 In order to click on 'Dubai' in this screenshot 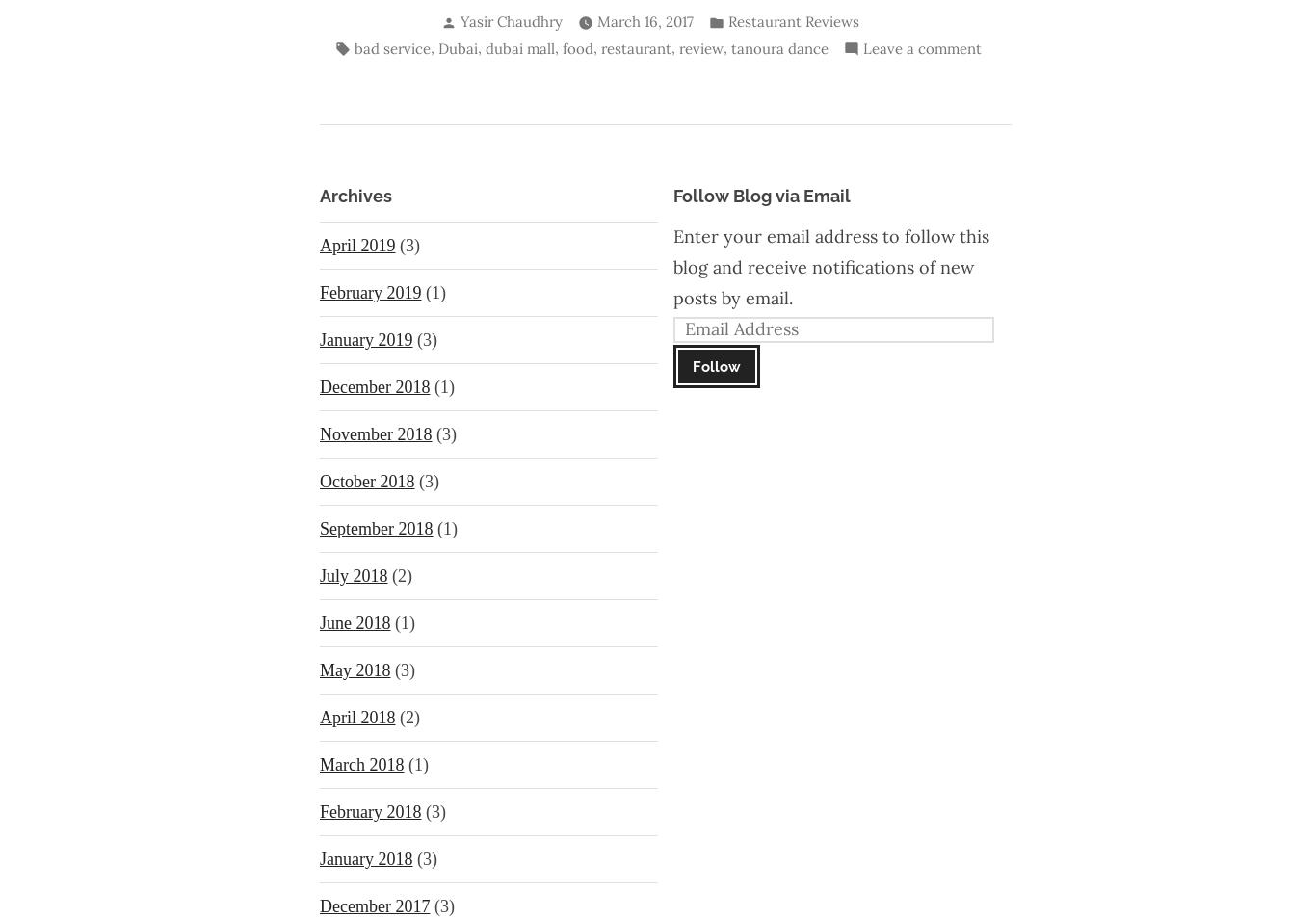, I will do `click(457, 46)`.